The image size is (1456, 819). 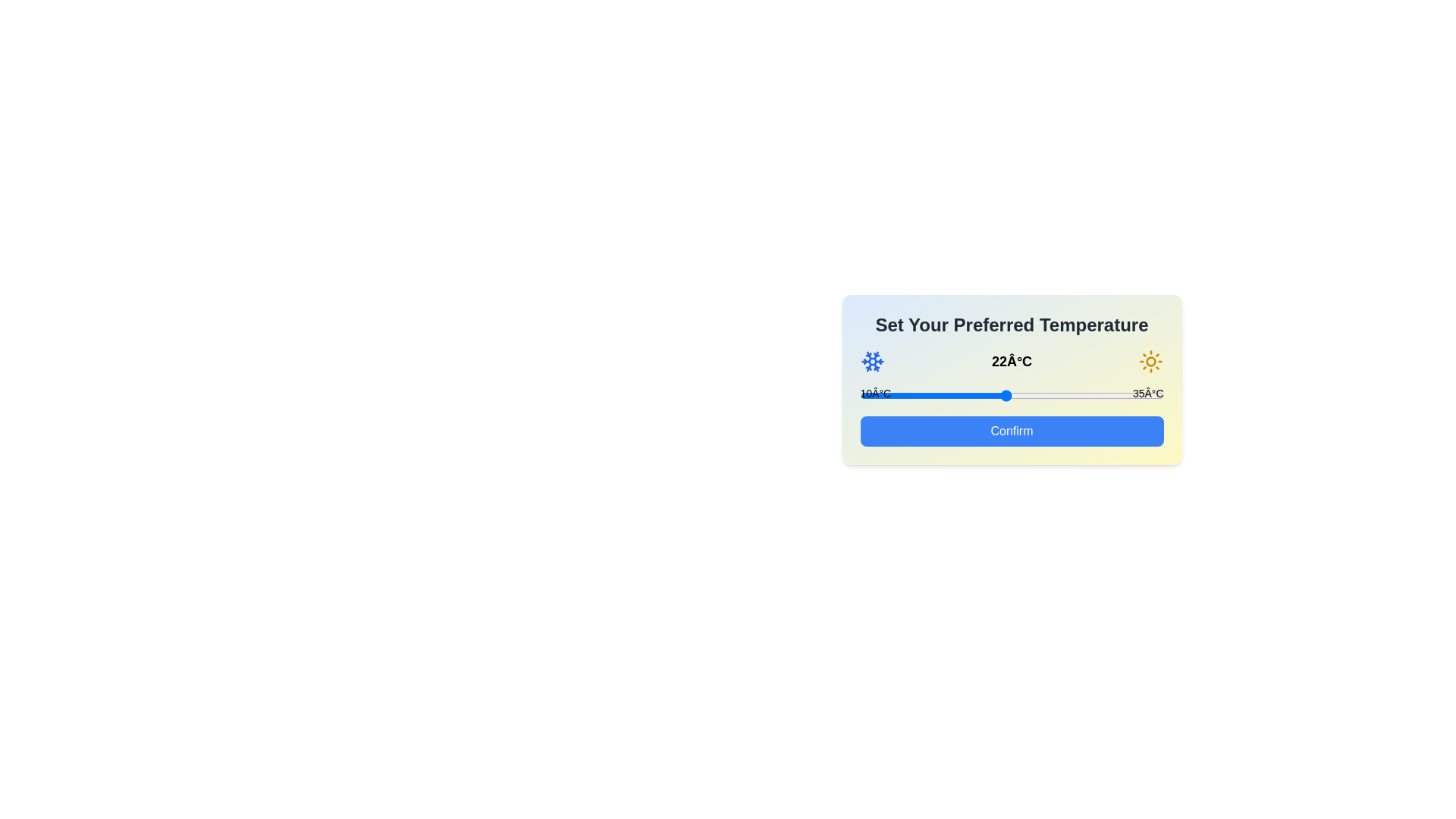 What do you see at coordinates (1012, 362) in the screenshot?
I see `the temperature text to select it` at bounding box center [1012, 362].